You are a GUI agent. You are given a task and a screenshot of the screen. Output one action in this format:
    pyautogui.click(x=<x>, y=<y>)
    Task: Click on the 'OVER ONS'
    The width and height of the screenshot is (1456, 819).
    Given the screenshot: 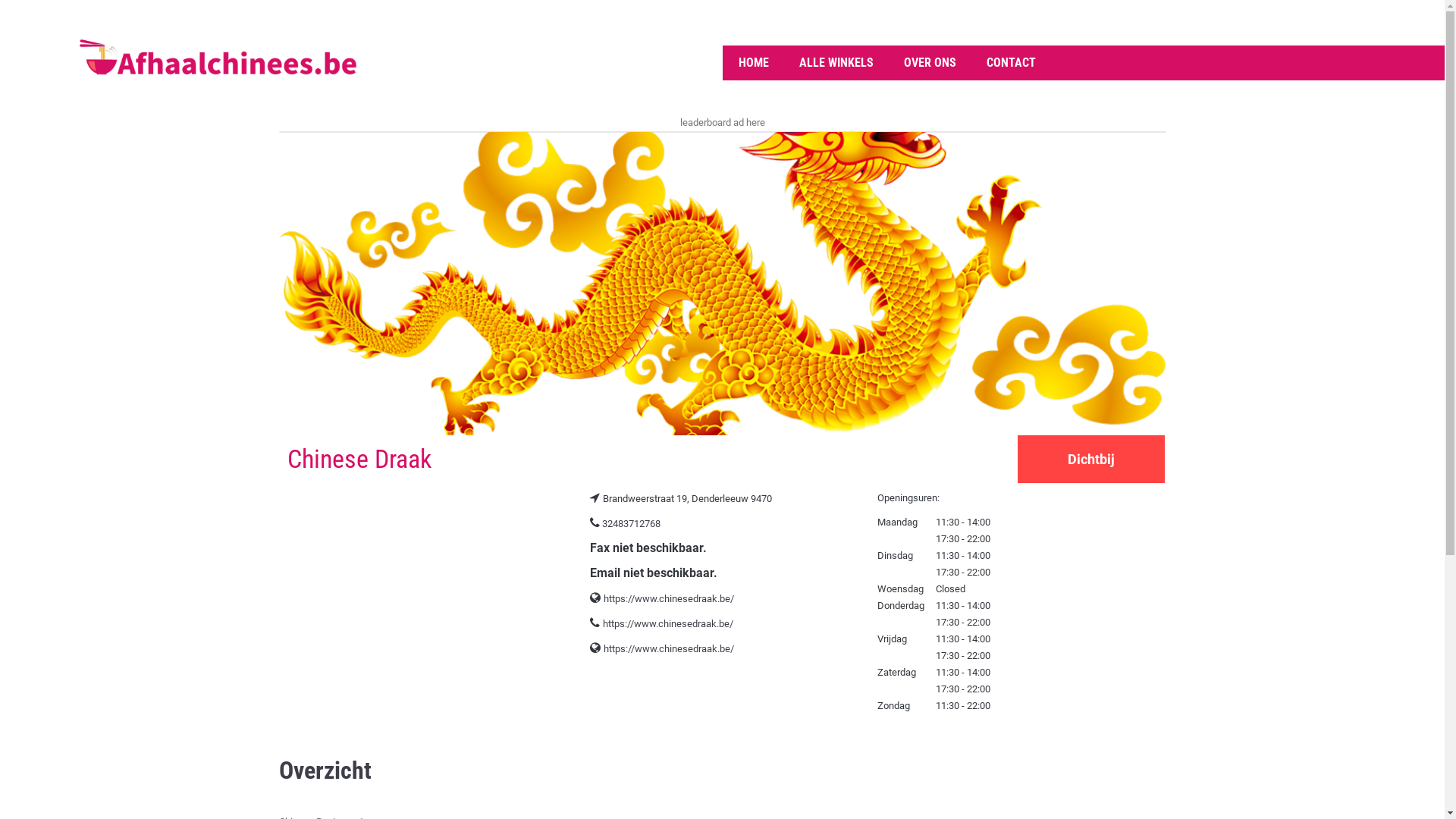 What is the action you would take?
    pyautogui.click(x=929, y=62)
    